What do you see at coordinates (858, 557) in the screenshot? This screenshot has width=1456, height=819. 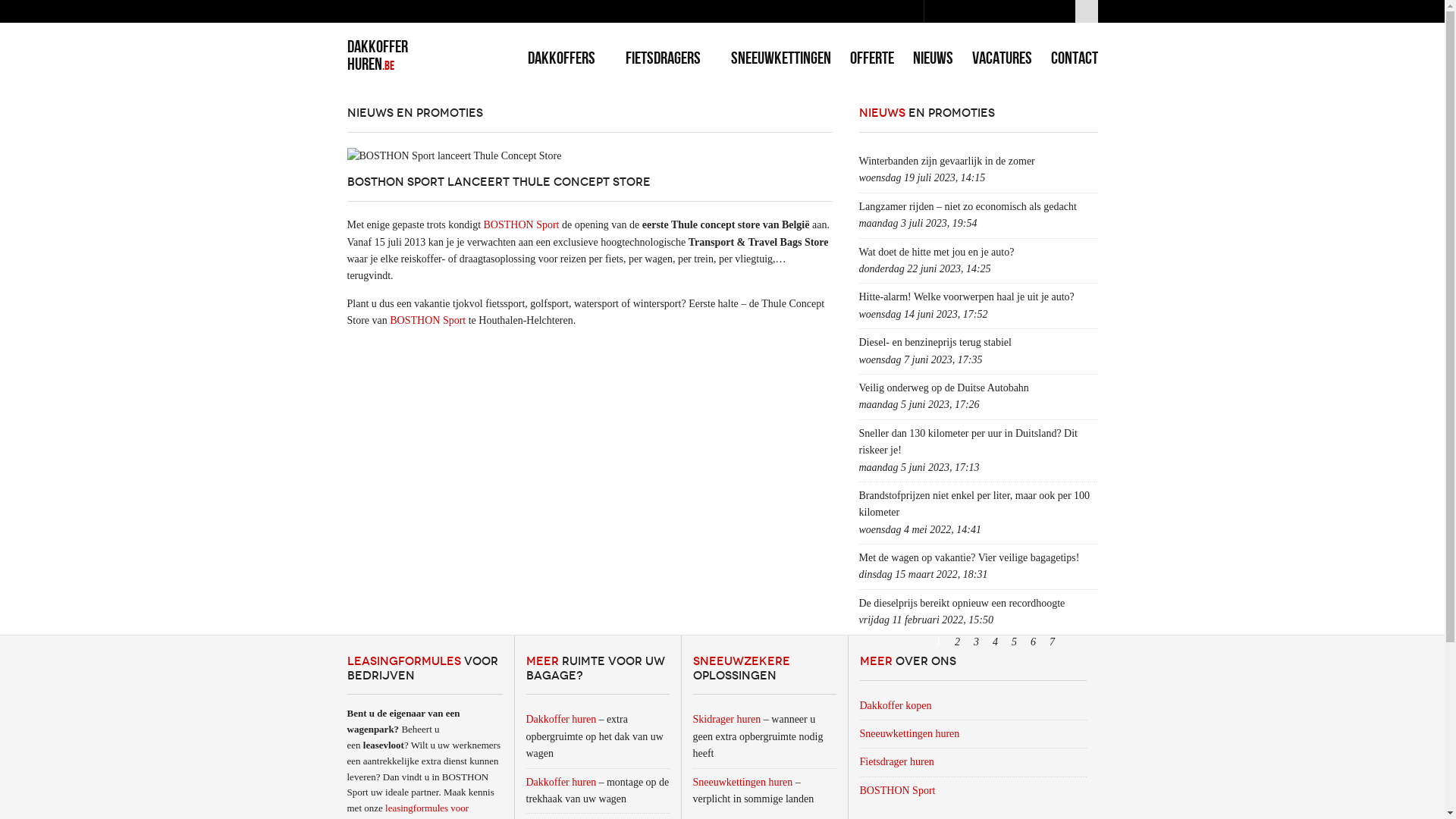 I see `'Met de wagen op vakantie? Vier veilige bagagetips!'` at bounding box center [858, 557].